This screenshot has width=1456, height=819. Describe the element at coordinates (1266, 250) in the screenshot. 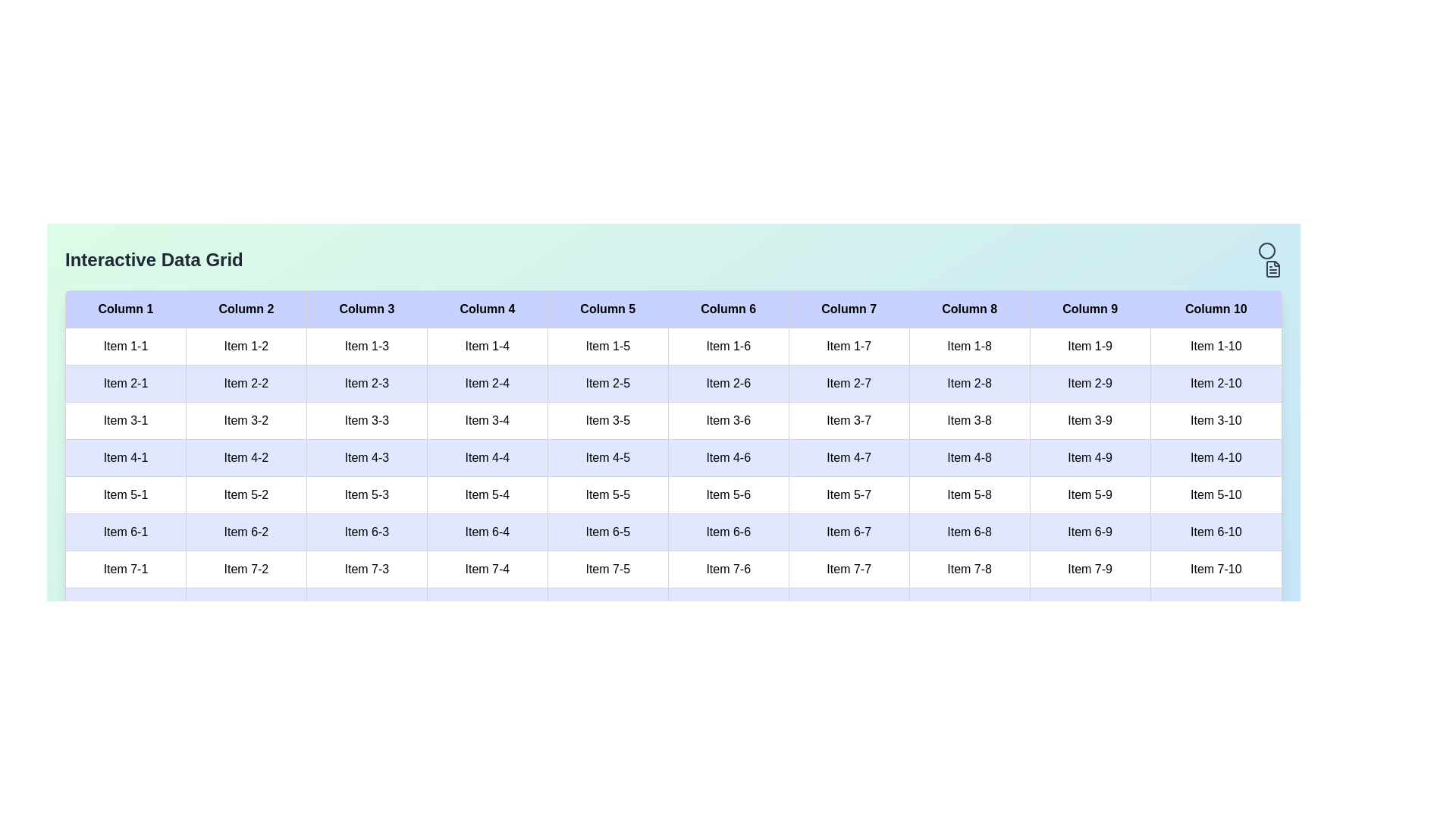

I see `the circle header icon` at that location.